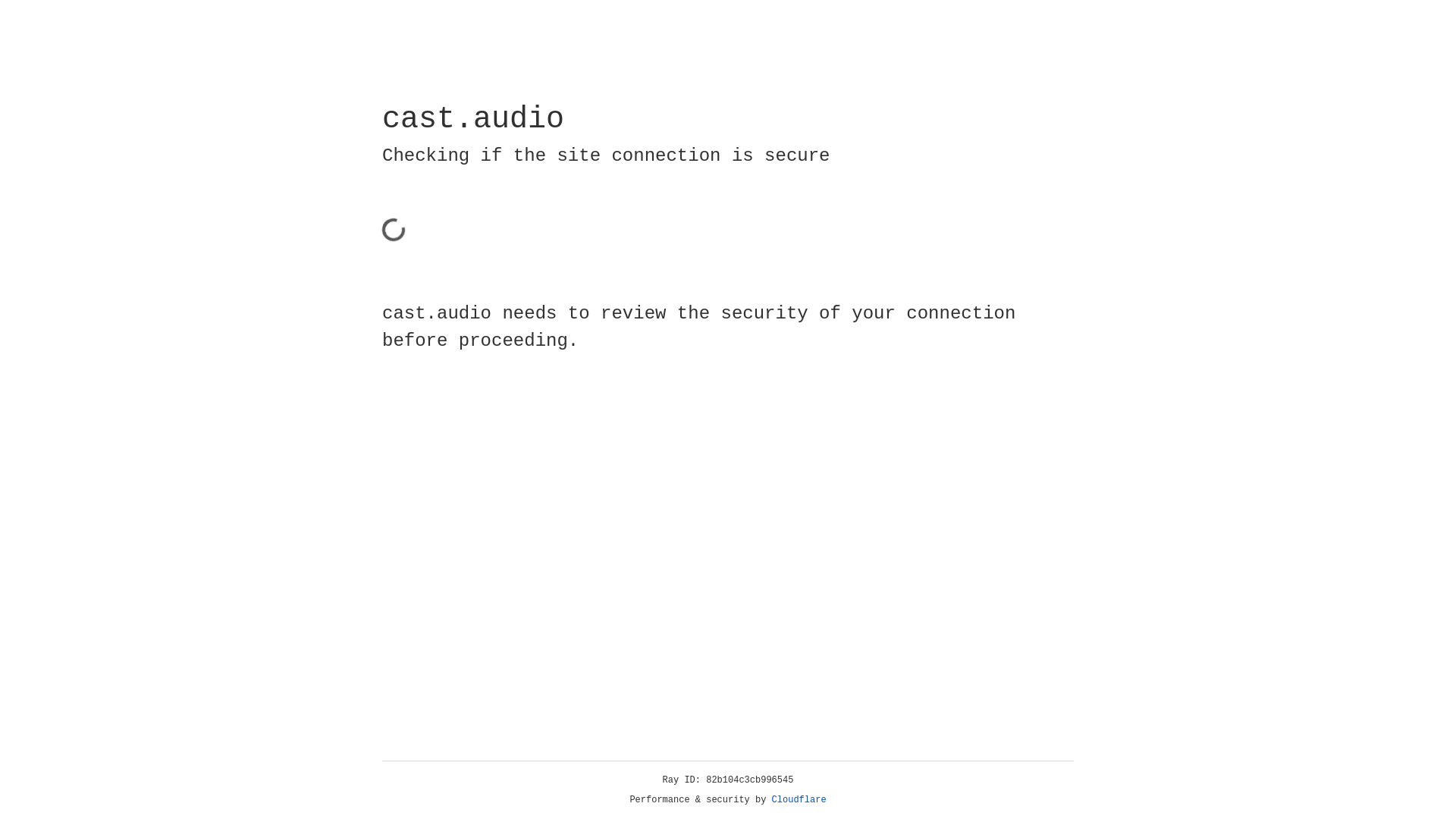  I want to click on 'Cloudflare', so click(771, 799).